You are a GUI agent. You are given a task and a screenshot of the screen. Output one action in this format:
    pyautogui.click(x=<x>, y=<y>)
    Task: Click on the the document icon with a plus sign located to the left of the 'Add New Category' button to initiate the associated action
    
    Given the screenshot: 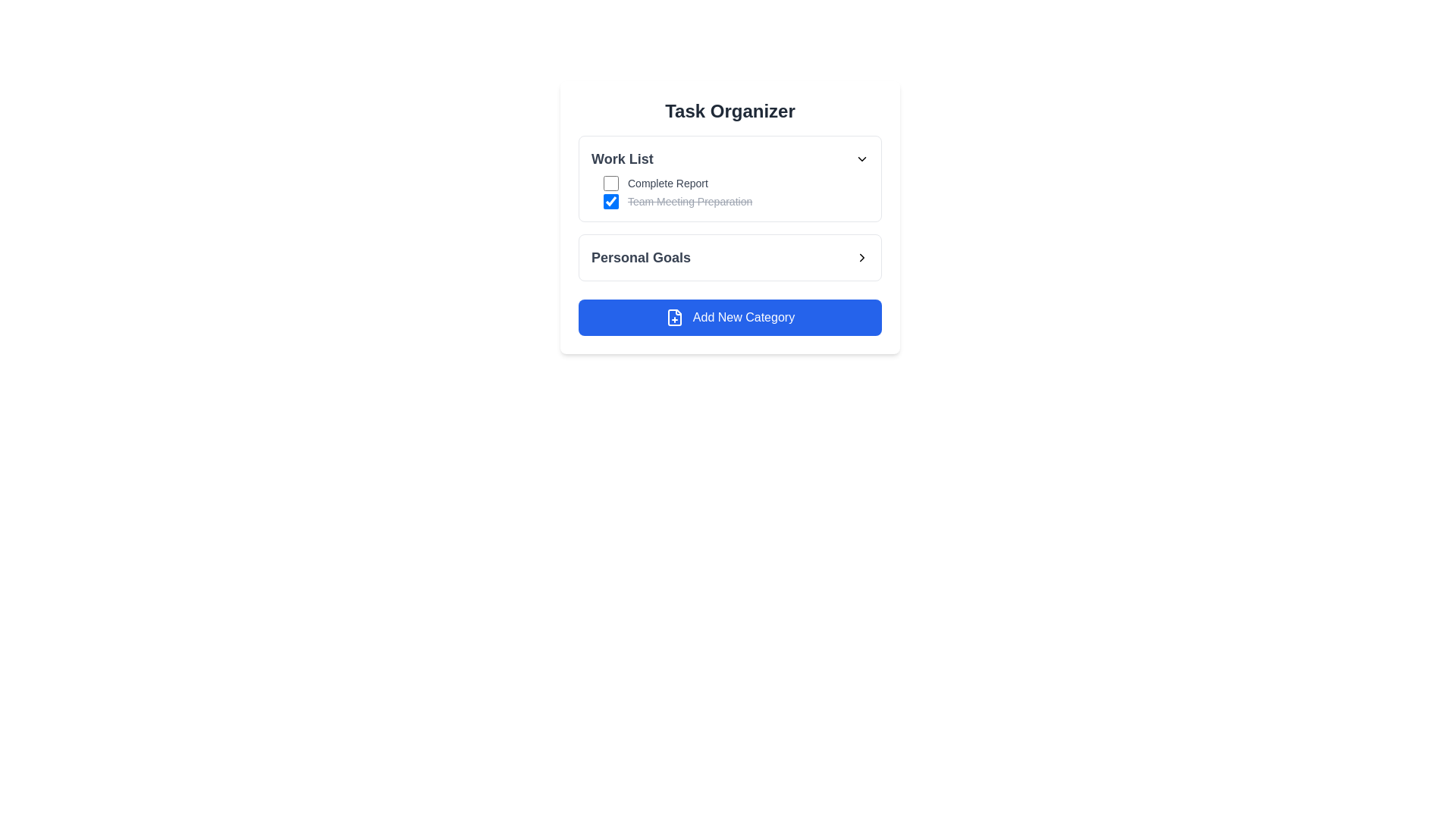 What is the action you would take?
    pyautogui.click(x=673, y=317)
    